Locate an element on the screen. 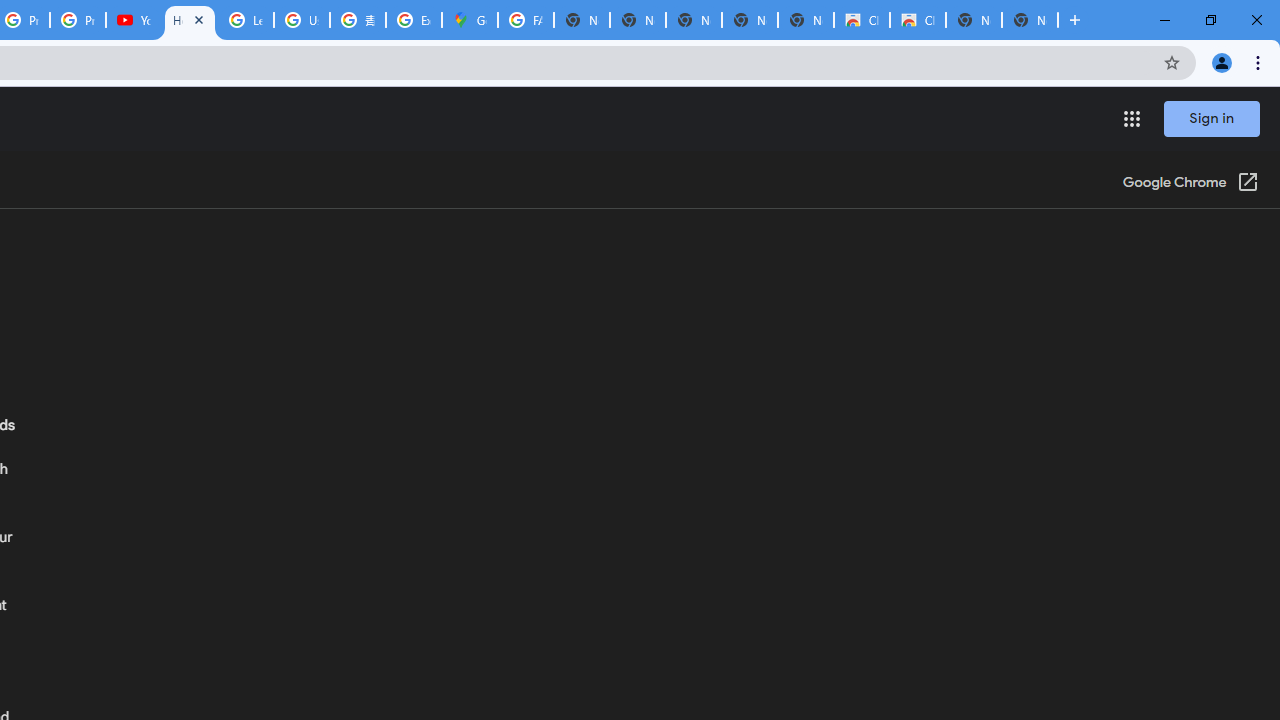 The height and width of the screenshot is (720, 1280). 'Classic Blue - Chrome Web Store' is located at coordinates (916, 20).